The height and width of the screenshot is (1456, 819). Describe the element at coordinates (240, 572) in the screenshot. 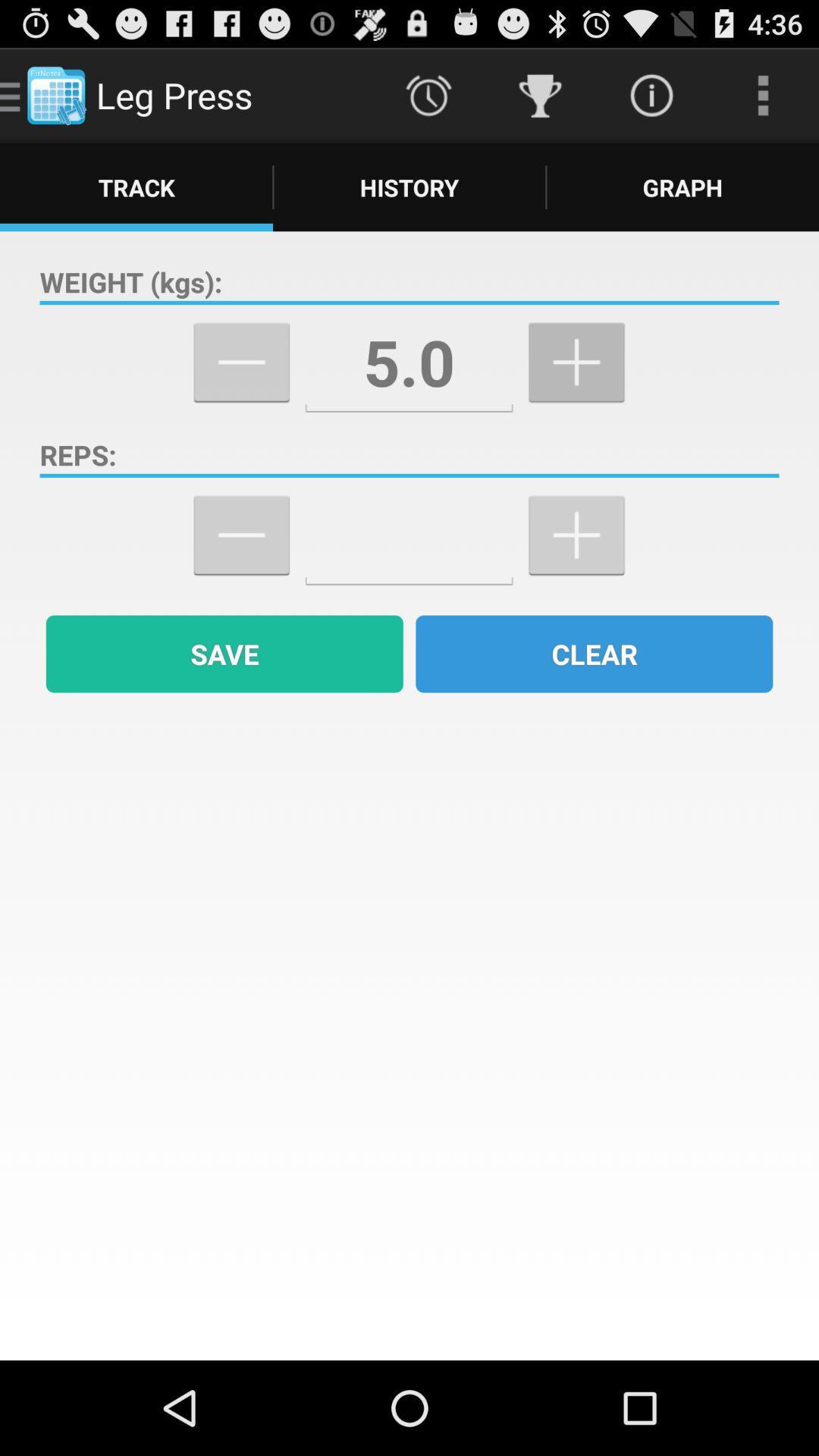

I see `the minus icon` at that location.